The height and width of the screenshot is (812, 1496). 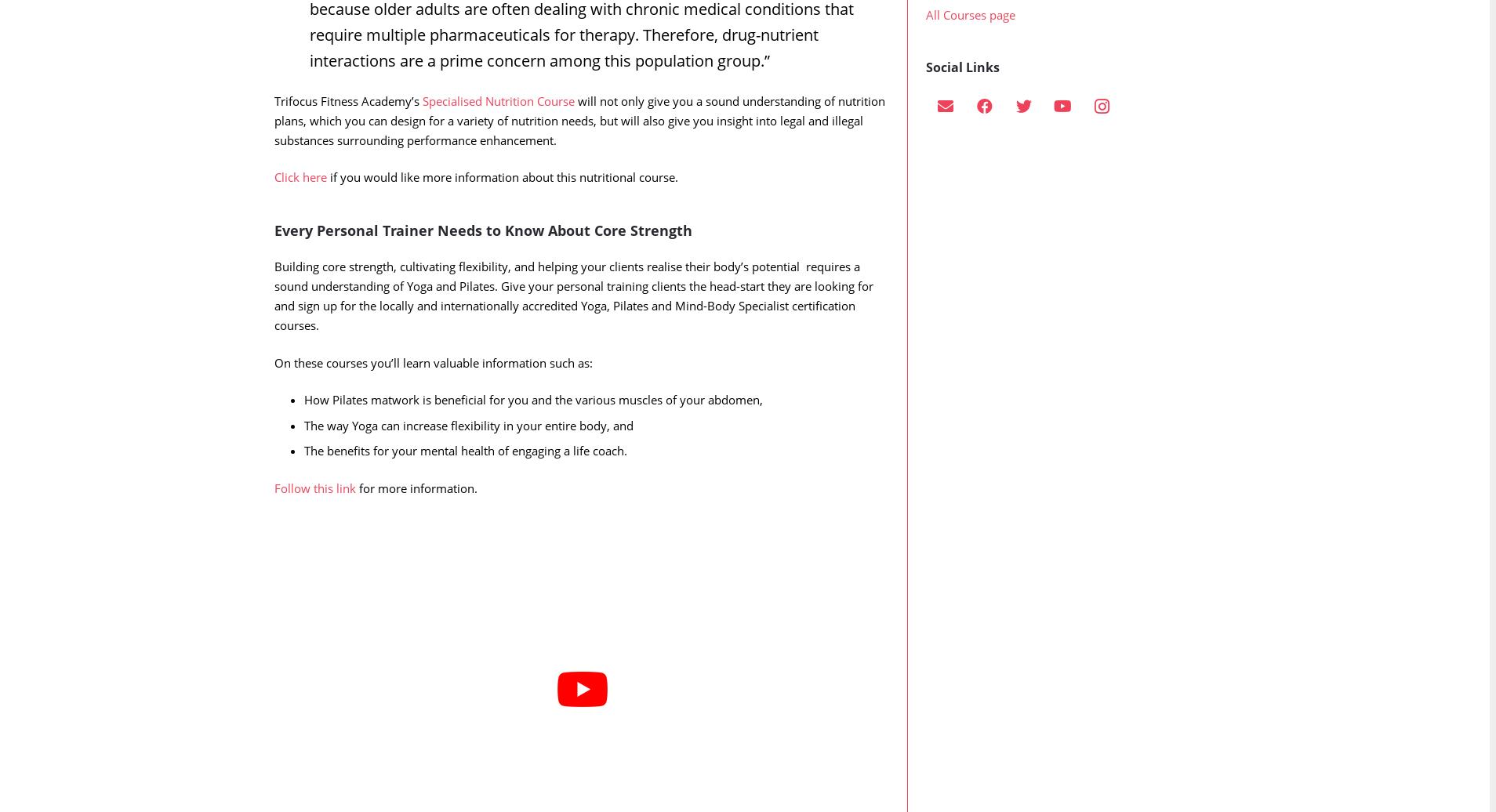 I want to click on 'Exercise Science Certification', so click(x=1002, y=26).